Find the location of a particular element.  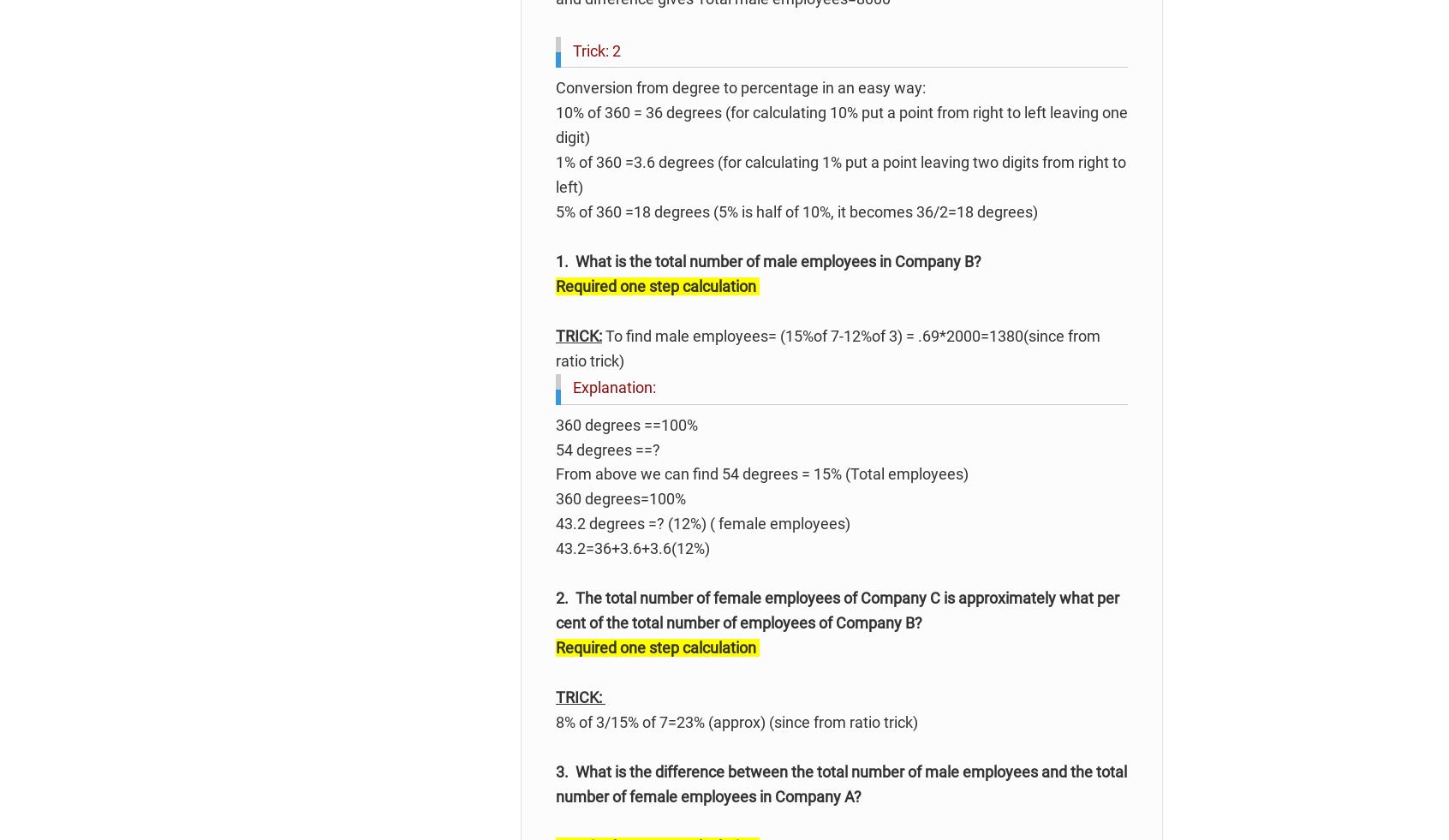

'1.  What is the total number of male employees in Company B?' is located at coordinates (767, 259).